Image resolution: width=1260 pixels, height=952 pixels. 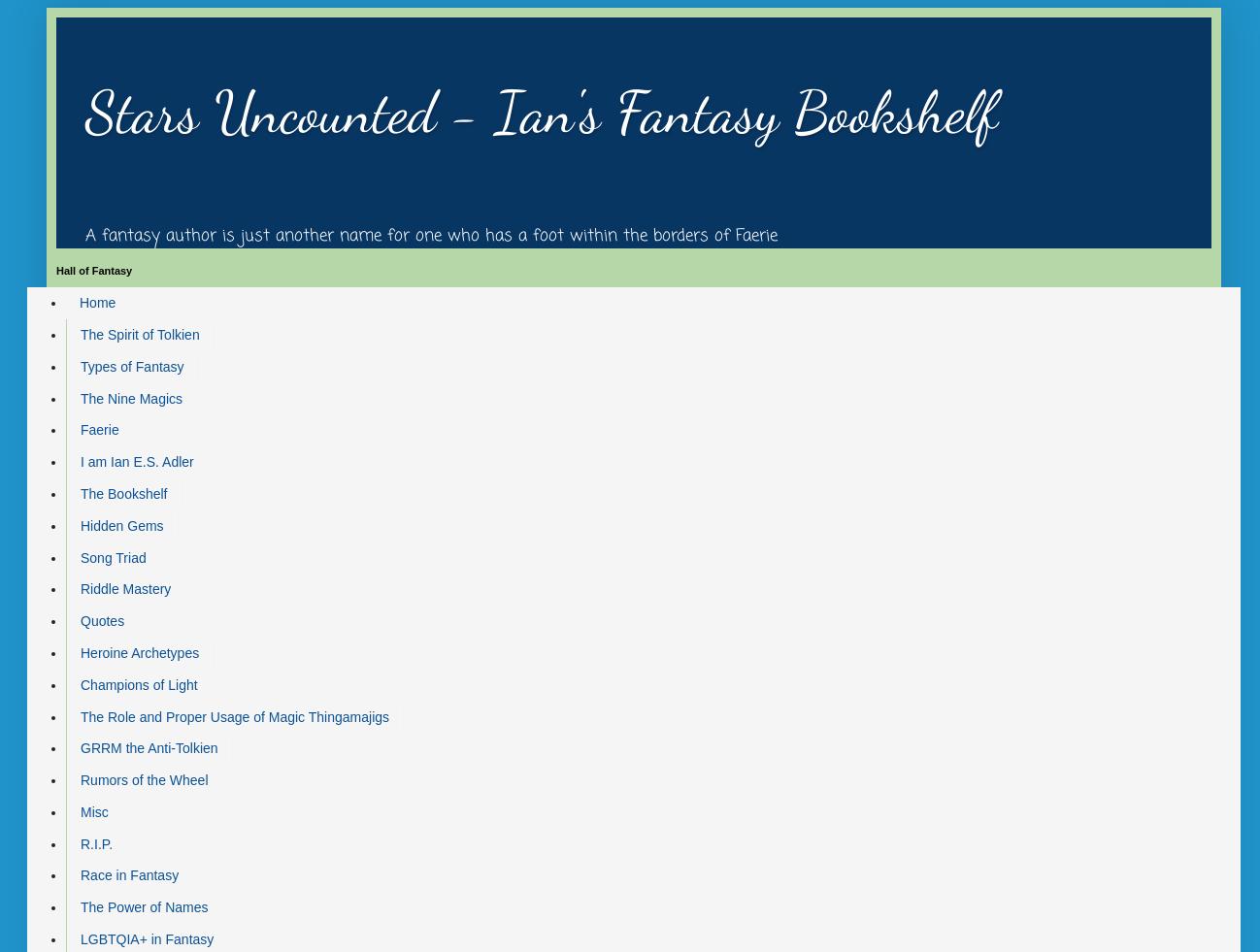 I want to click on 'Faerie', so click(x=80, y=429).